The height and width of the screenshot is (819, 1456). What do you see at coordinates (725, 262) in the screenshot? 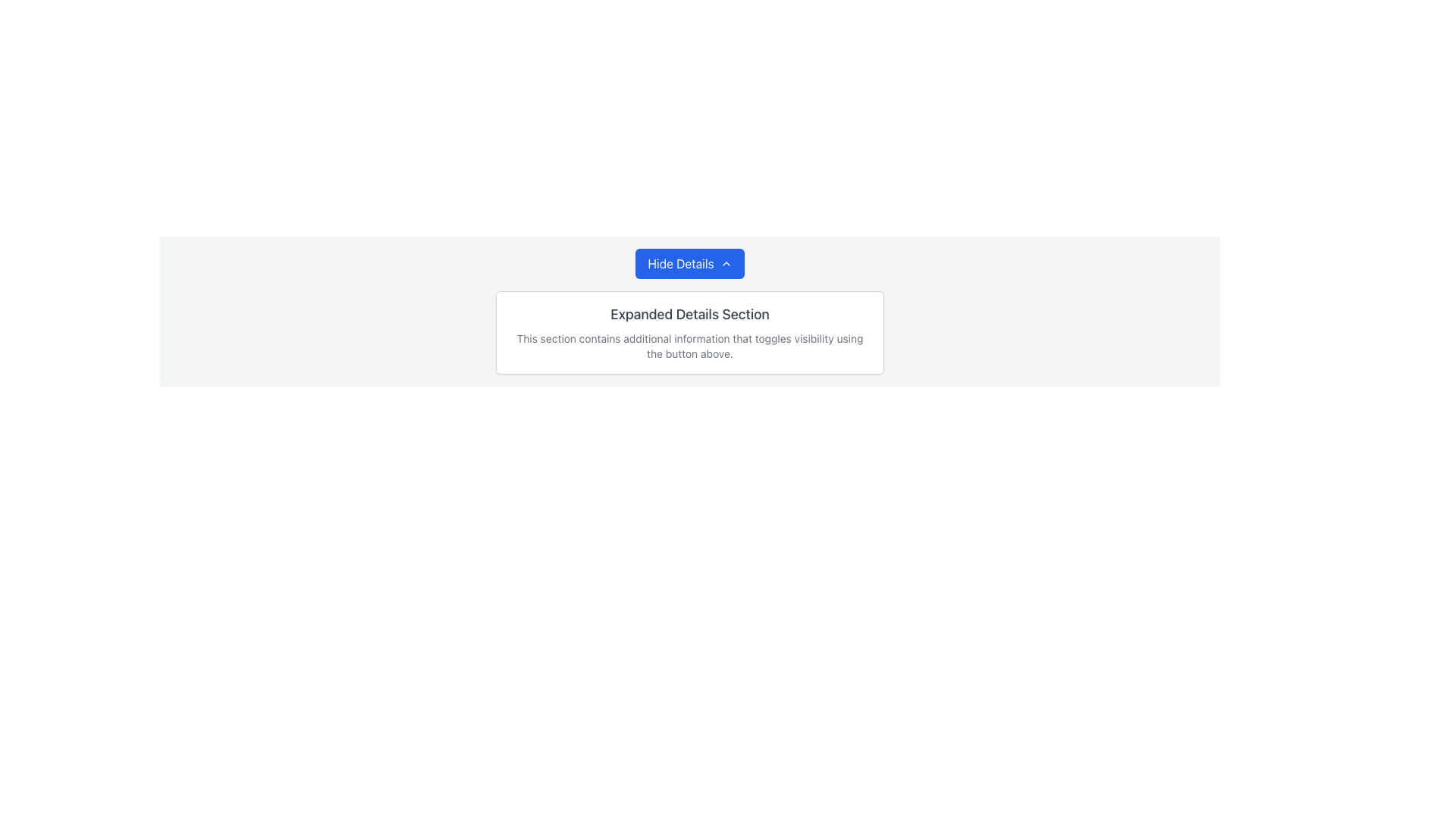
I see `the upward-facing chevron icon located at the rightmost side of the blue button labeled 'Hide Details' for status indication` at bounding box center [725, 262].